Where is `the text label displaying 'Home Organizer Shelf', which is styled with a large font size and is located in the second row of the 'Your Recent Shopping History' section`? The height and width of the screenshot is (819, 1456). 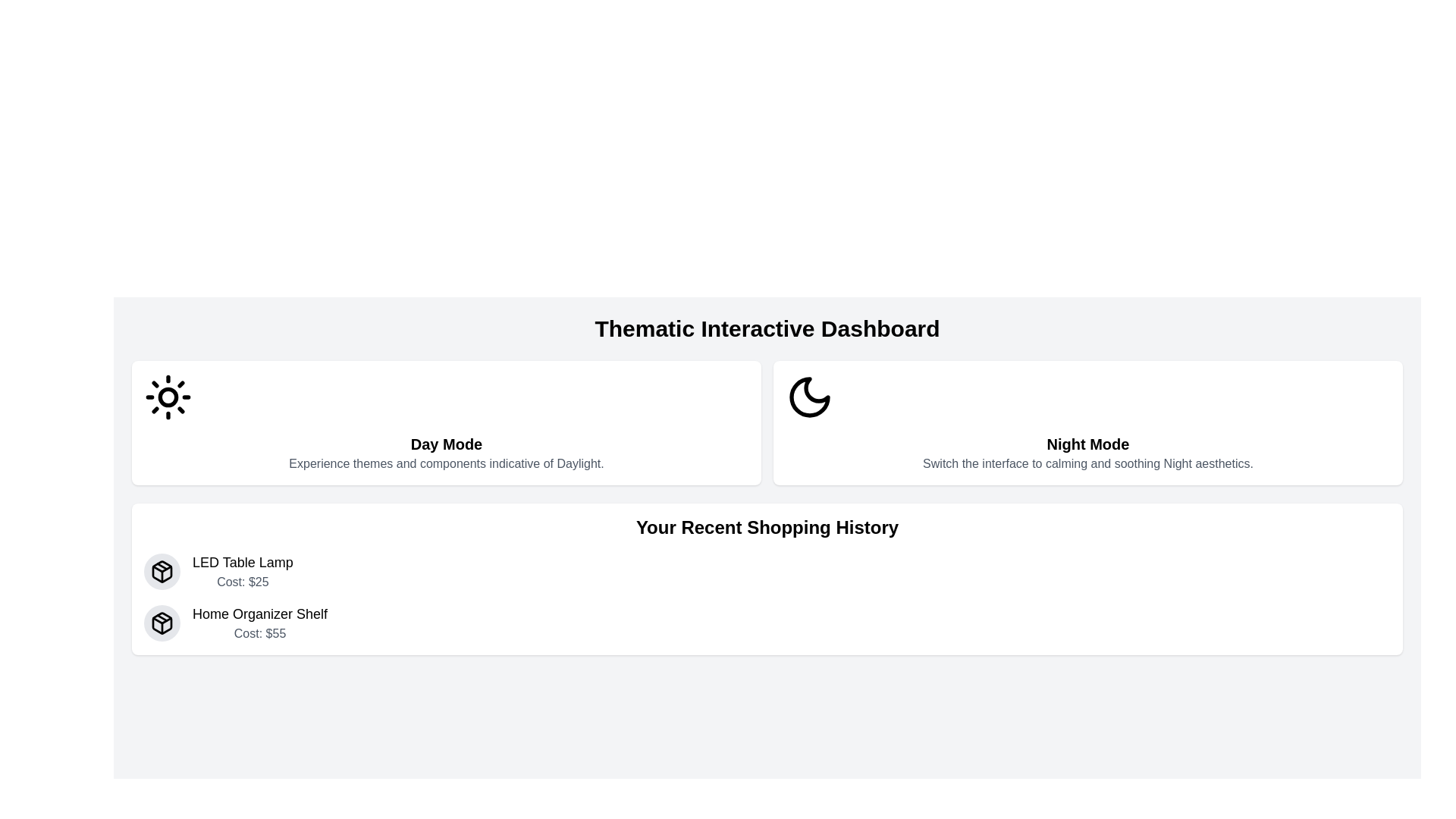
the text label displaying 'Home Organizer Shelf', which is styled with a large font size and is located in the second row of the 'Your Recent Shopping History' section is located at coordinates (260, 614).